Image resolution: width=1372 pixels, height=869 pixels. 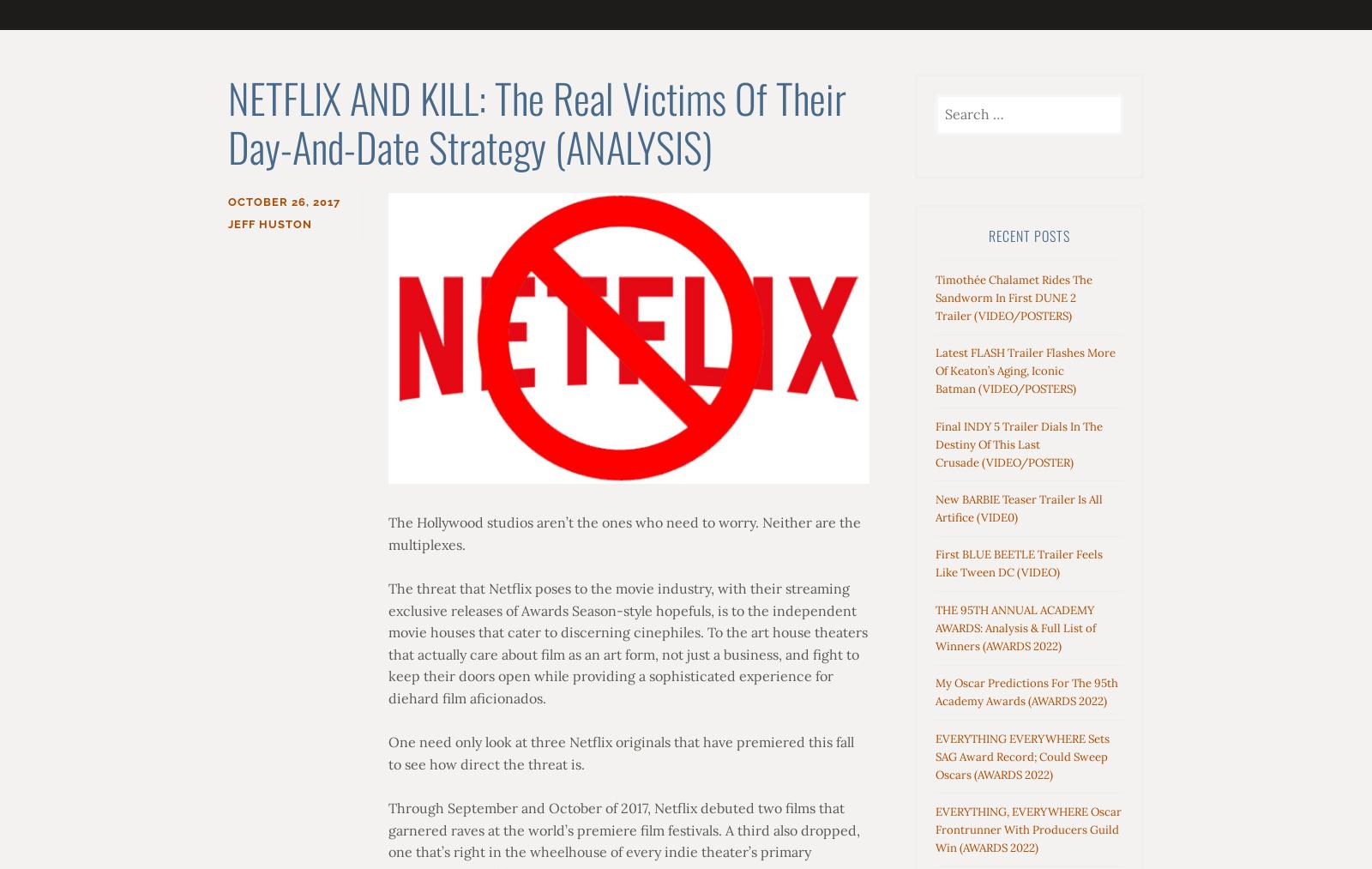 I want to click on 'First BLUE BEETLE Trailer Feels Like Tween DC (VIDEO)', so click(x=1019, y=563).